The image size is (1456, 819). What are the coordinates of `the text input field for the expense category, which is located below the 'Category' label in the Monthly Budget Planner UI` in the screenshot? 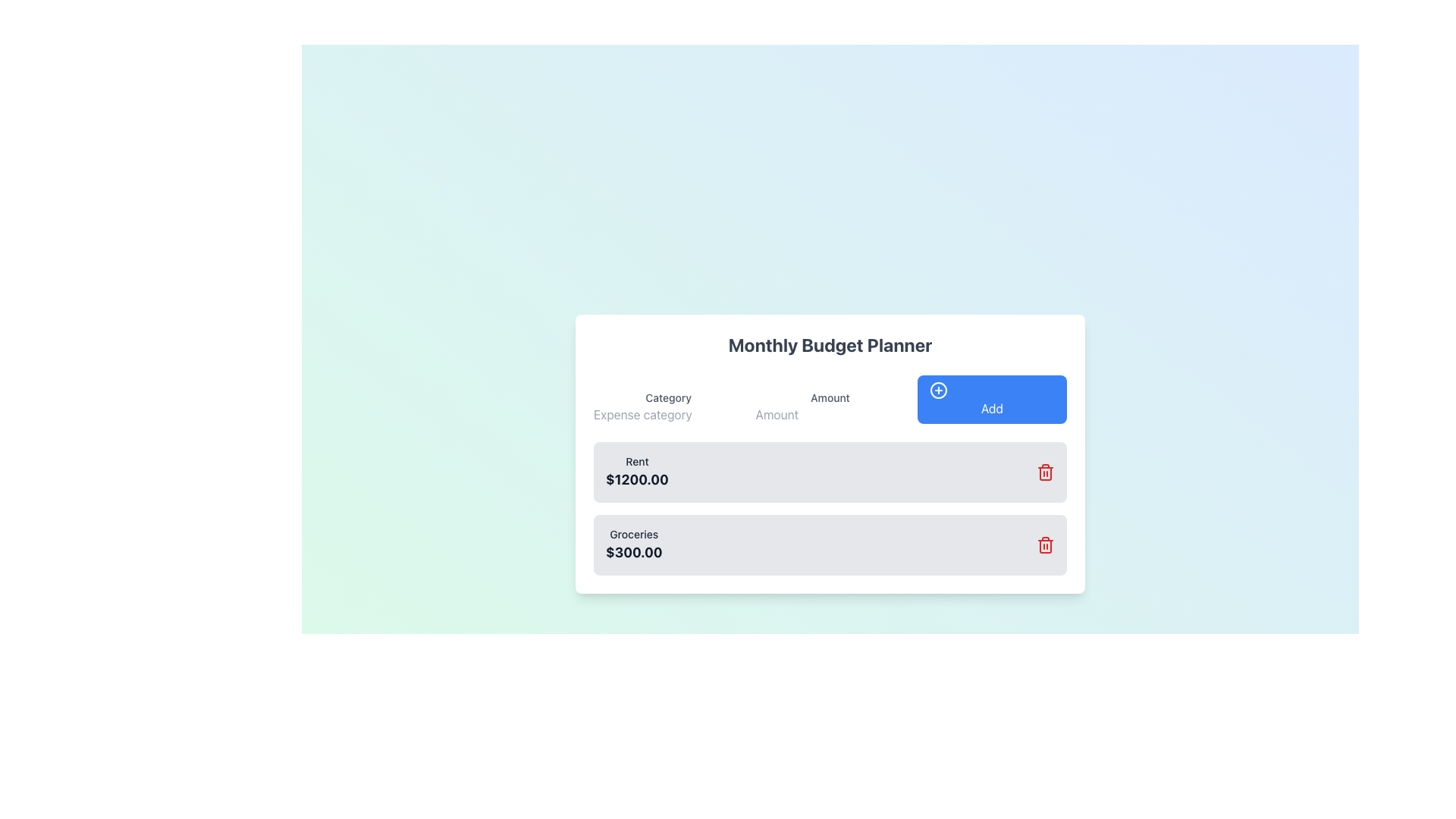 It's located at (667, 415).